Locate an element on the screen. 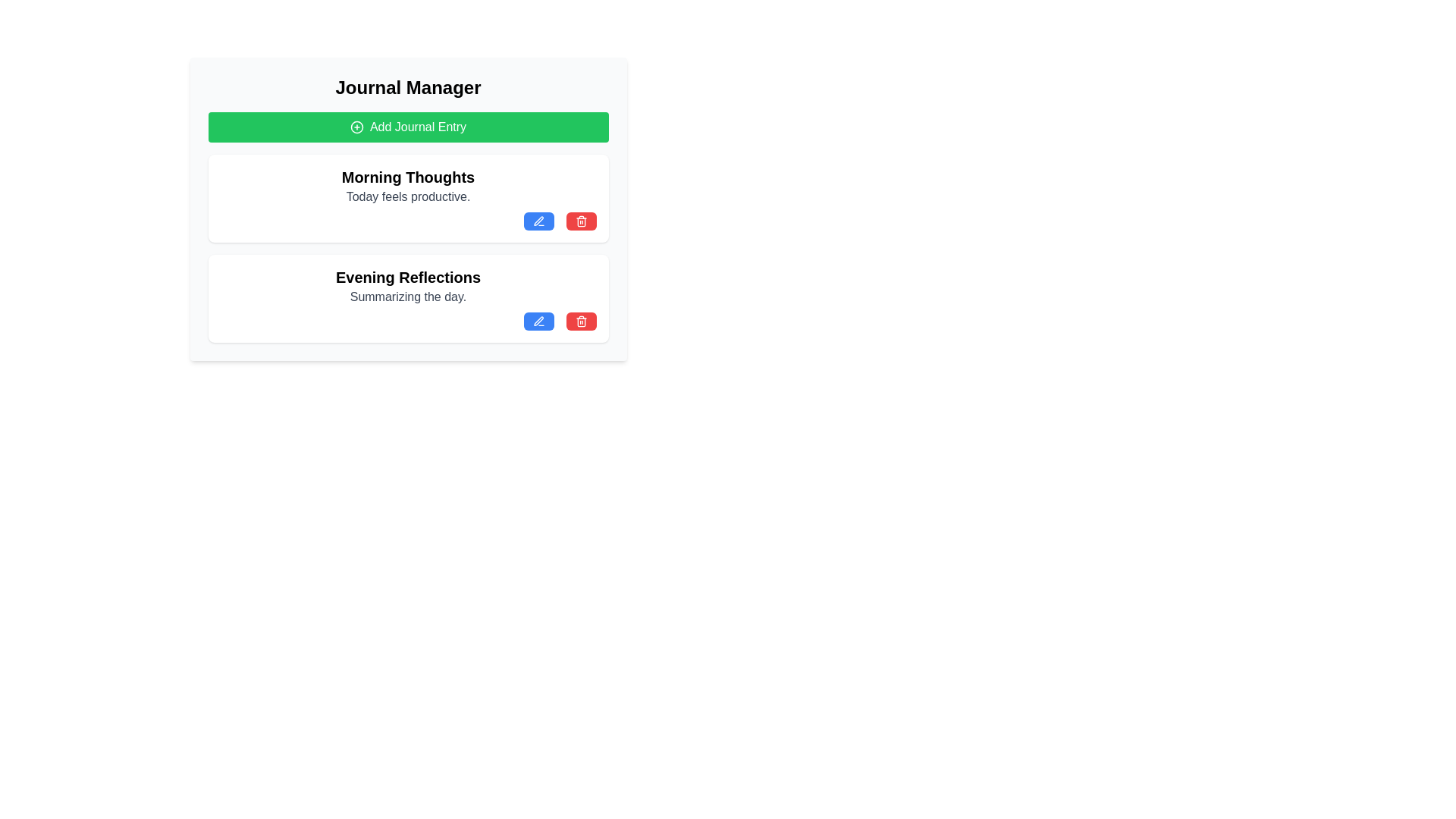 The width and height of the screenshot is (1456, 819). the small circular icon with a plus sign, which is filled in white and has a green background, located to the left of the 'Add Journal Entry' button is located at coordinates (356, 127).